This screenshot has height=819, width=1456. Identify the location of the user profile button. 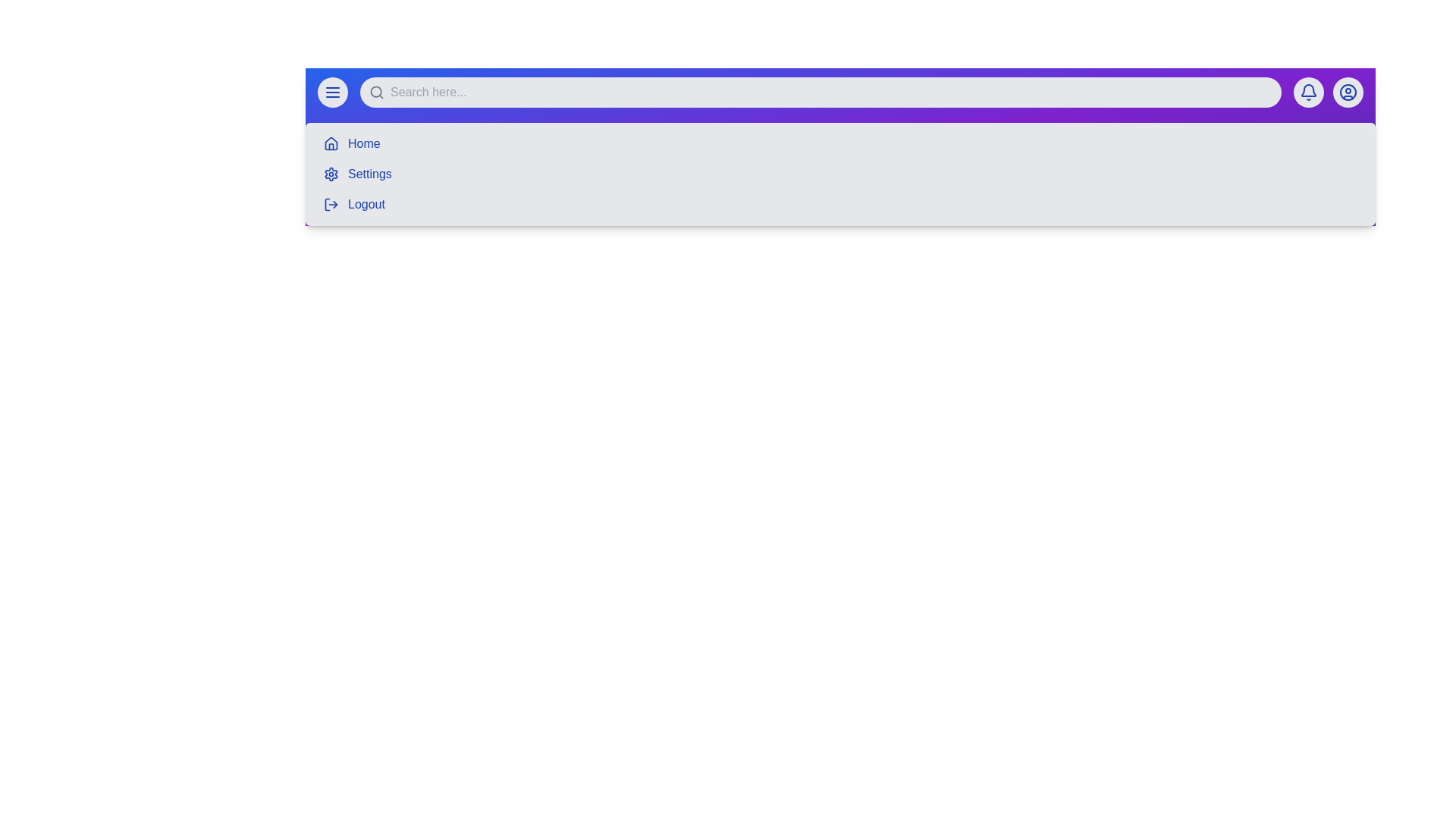
(1348, 93).